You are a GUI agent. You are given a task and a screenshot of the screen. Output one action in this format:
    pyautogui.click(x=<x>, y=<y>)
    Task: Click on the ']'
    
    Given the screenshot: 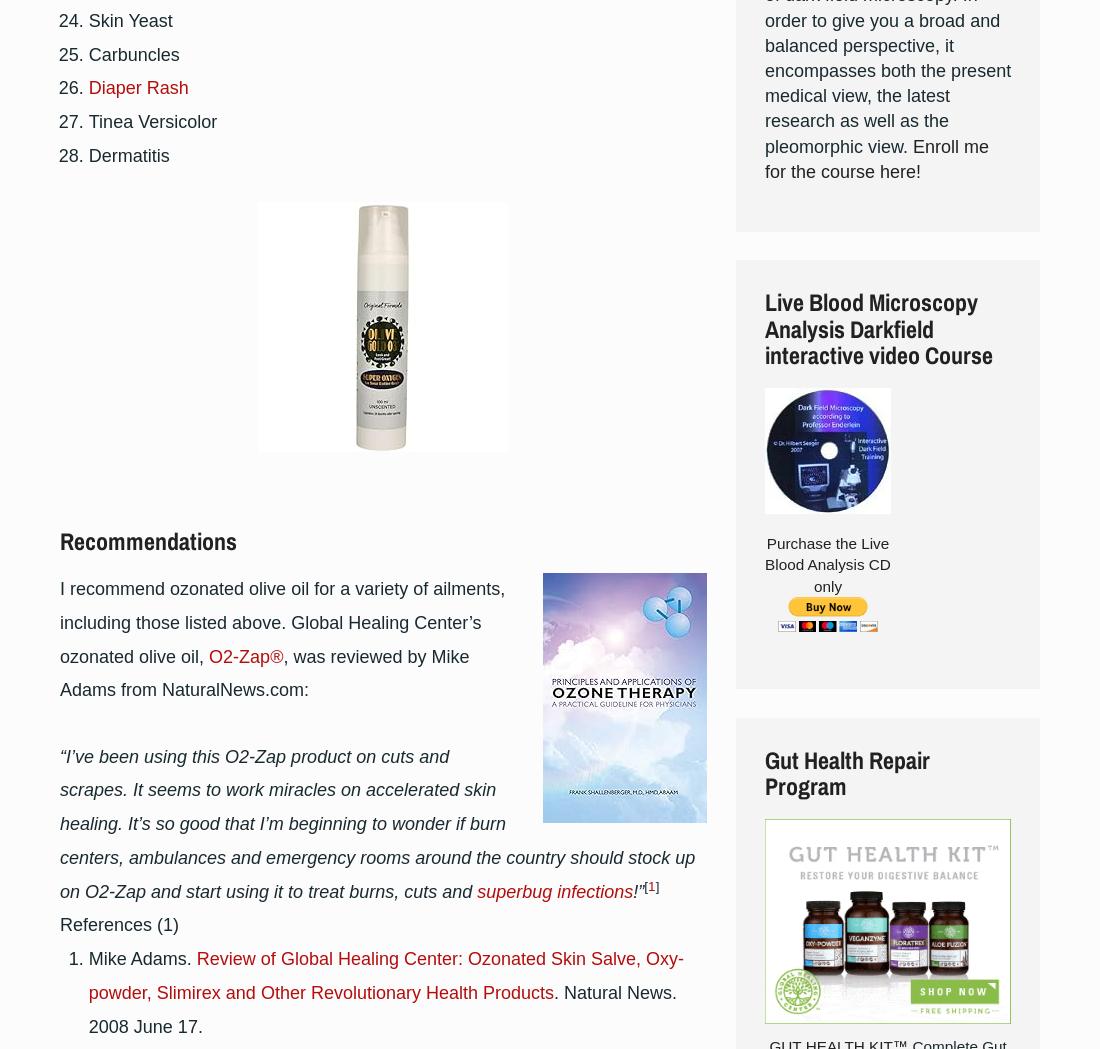 What is the action you would take?
    pyautogui.click(x=657, y=885)
    